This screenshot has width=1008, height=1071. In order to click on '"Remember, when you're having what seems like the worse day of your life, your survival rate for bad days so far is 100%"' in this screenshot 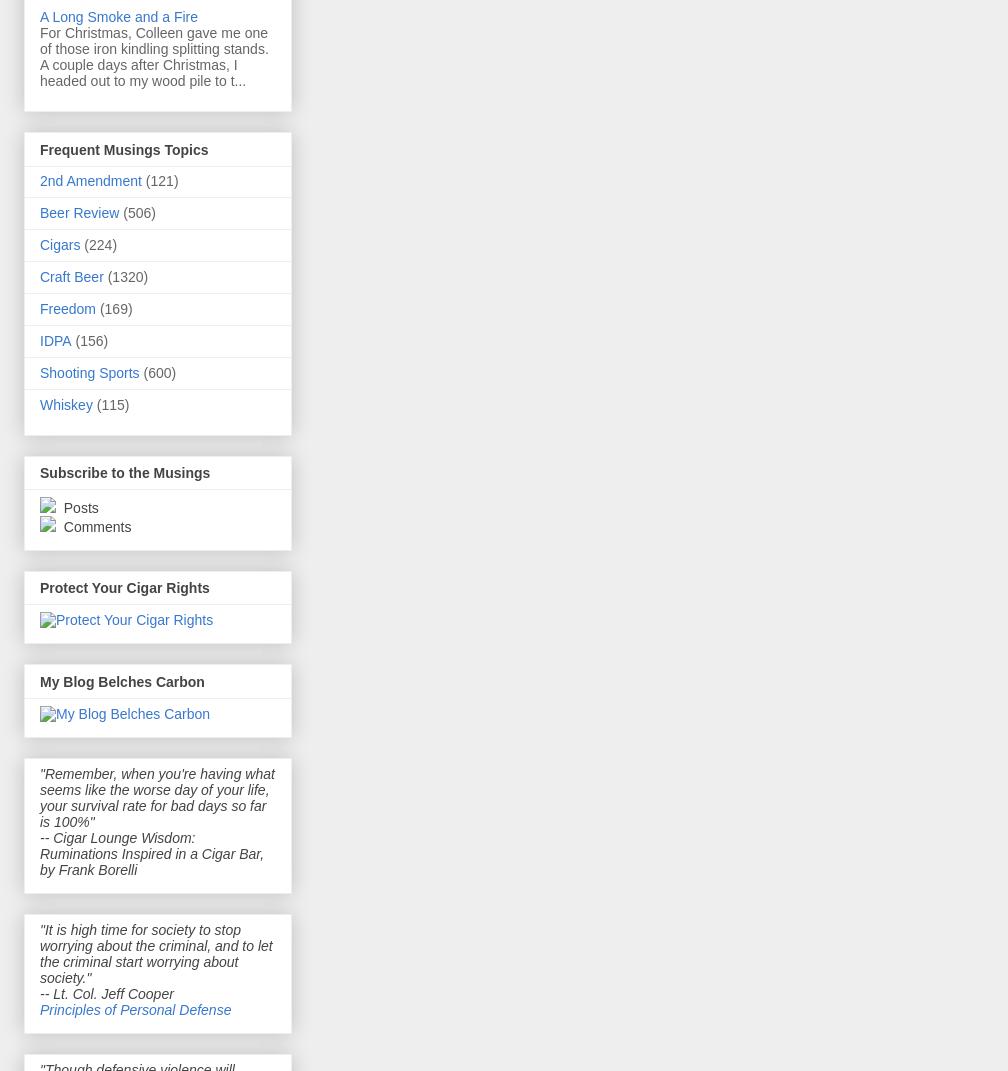, I will do `click(40, 796)`.